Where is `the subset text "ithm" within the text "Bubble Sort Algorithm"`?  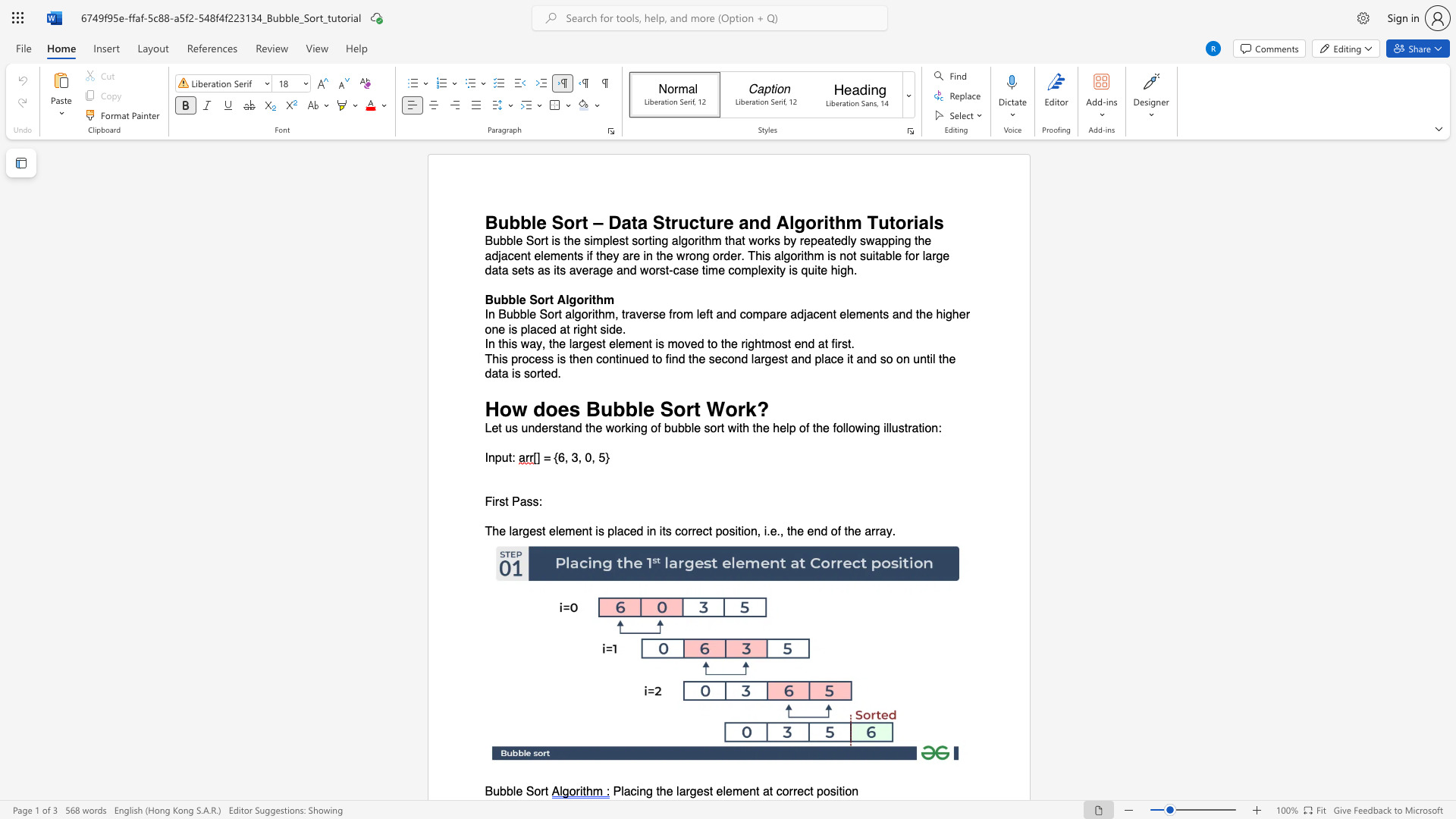
the subset text "ithm" within the text "Bubble Sort Algorithm" is located at coordinates (588, 300).